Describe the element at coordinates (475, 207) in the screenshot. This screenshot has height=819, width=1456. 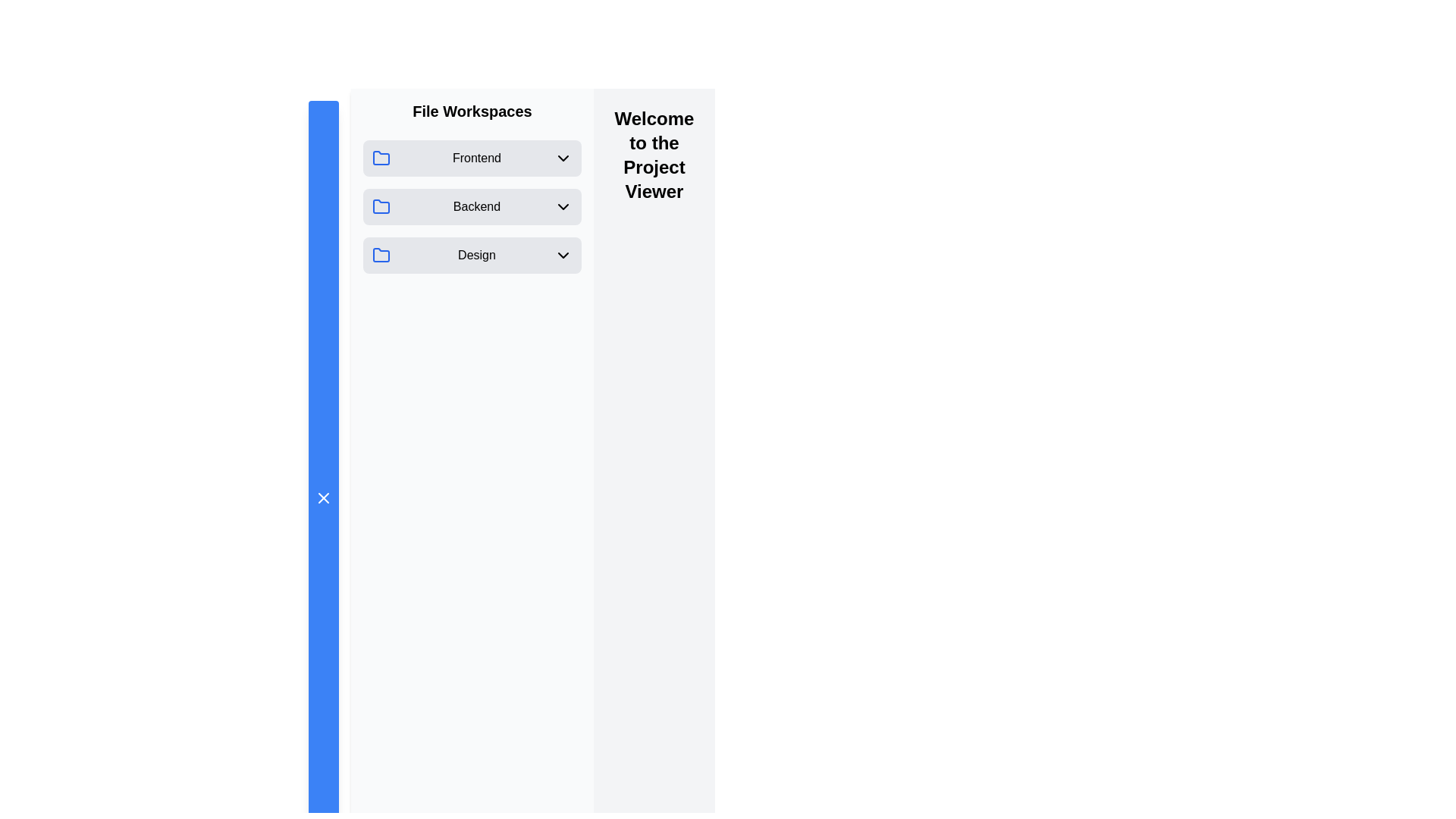
I see `the static text label that identifies the 'Backend' section, located between a blue folder icon and a downward arrow icon in the 'File Workspaces' list` at that location.